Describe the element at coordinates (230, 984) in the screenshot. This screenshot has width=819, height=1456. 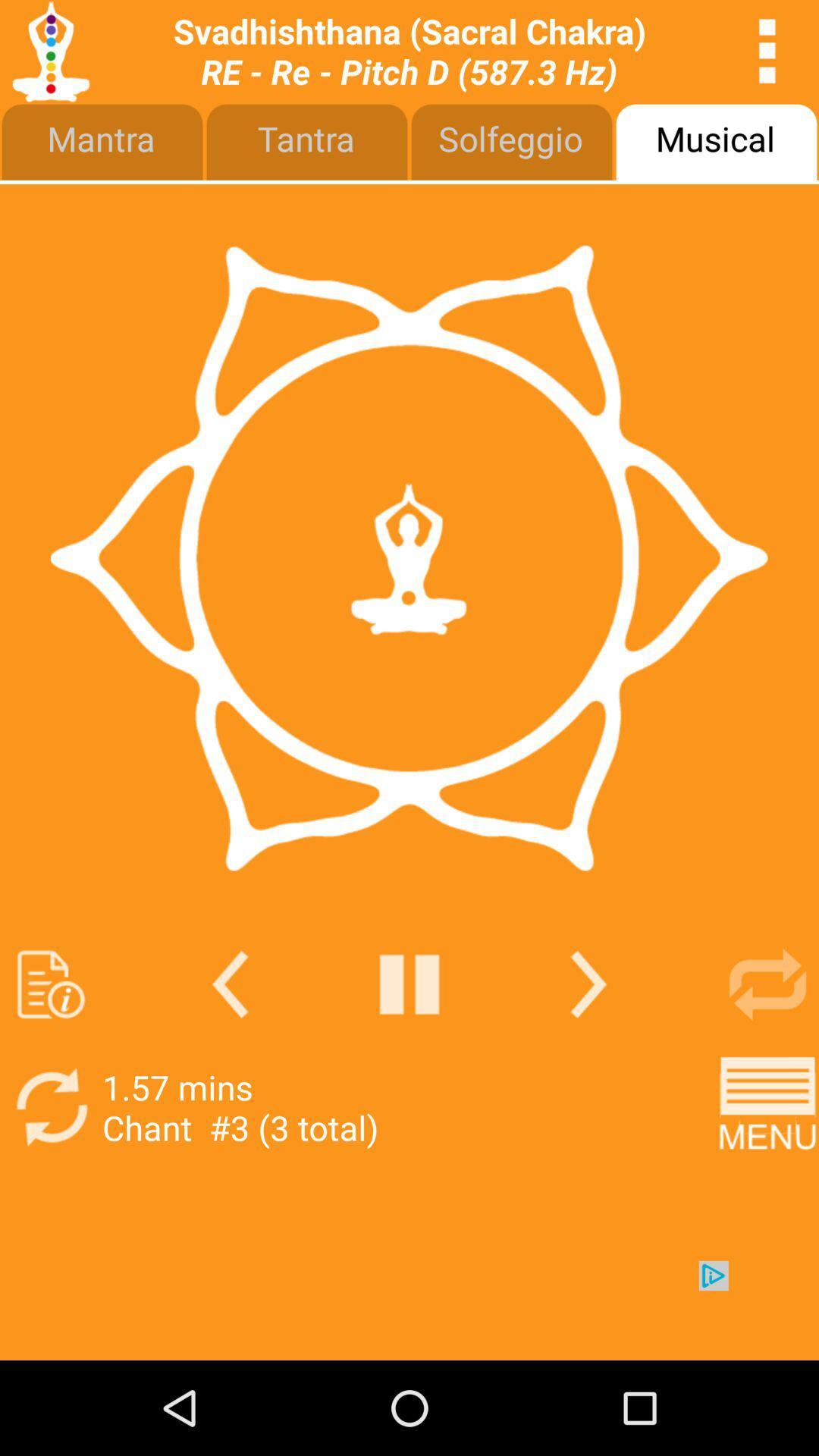
I see `back` at that location.